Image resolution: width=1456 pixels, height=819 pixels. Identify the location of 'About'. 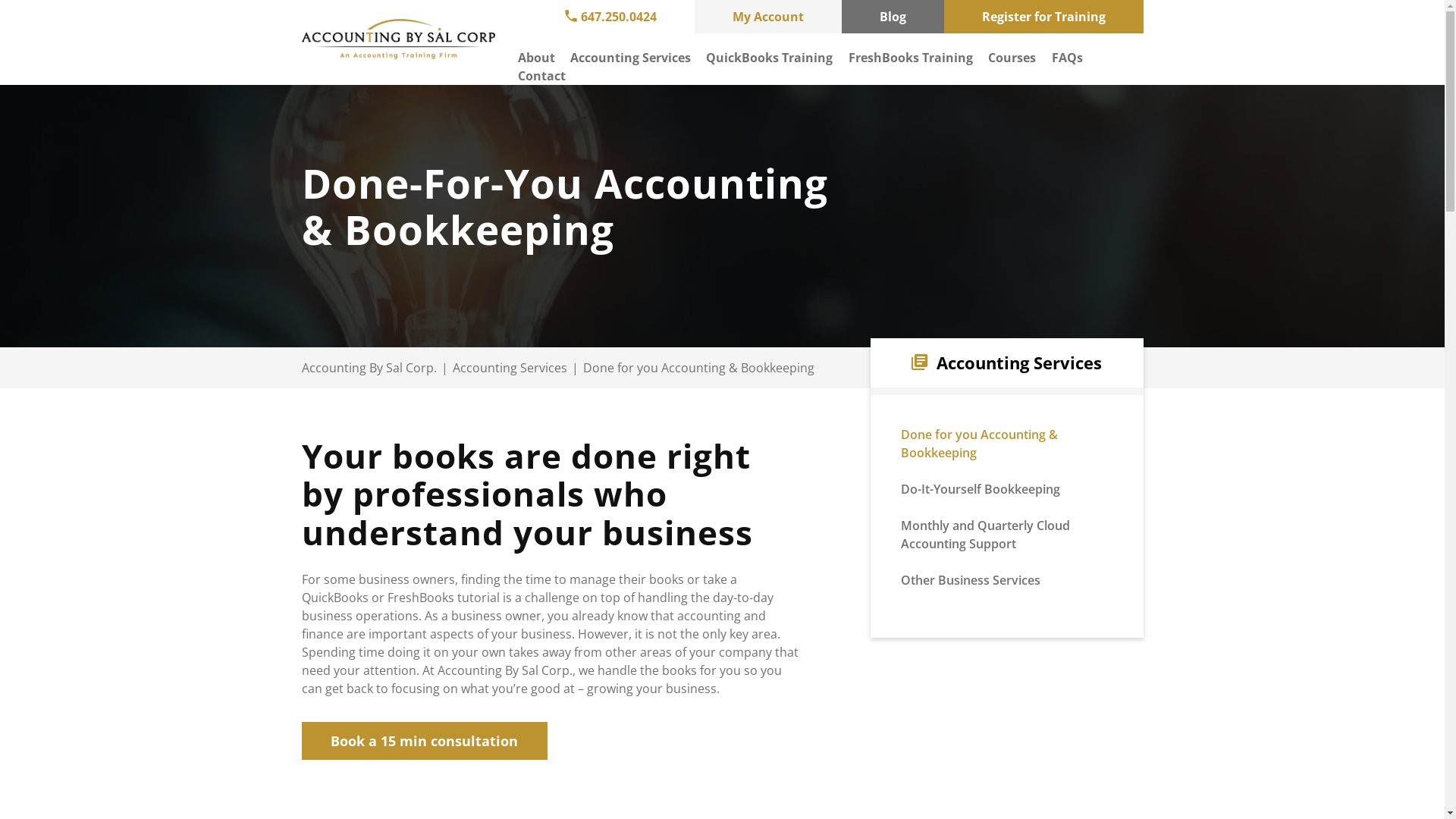
(535, 57).